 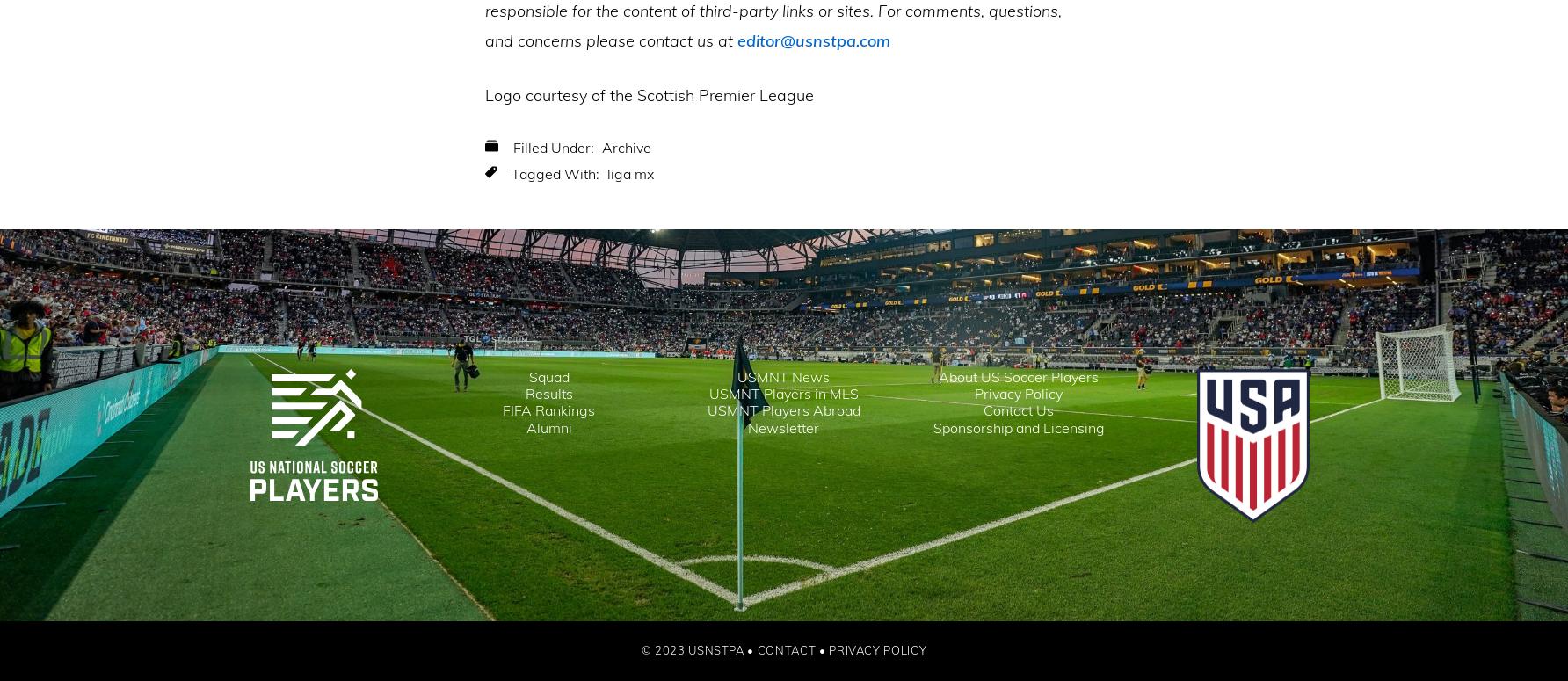 What do you see at coordinates (555, 174) in the screenshot?
I see `'Tagged With:'` at bounding box center [555, 174].